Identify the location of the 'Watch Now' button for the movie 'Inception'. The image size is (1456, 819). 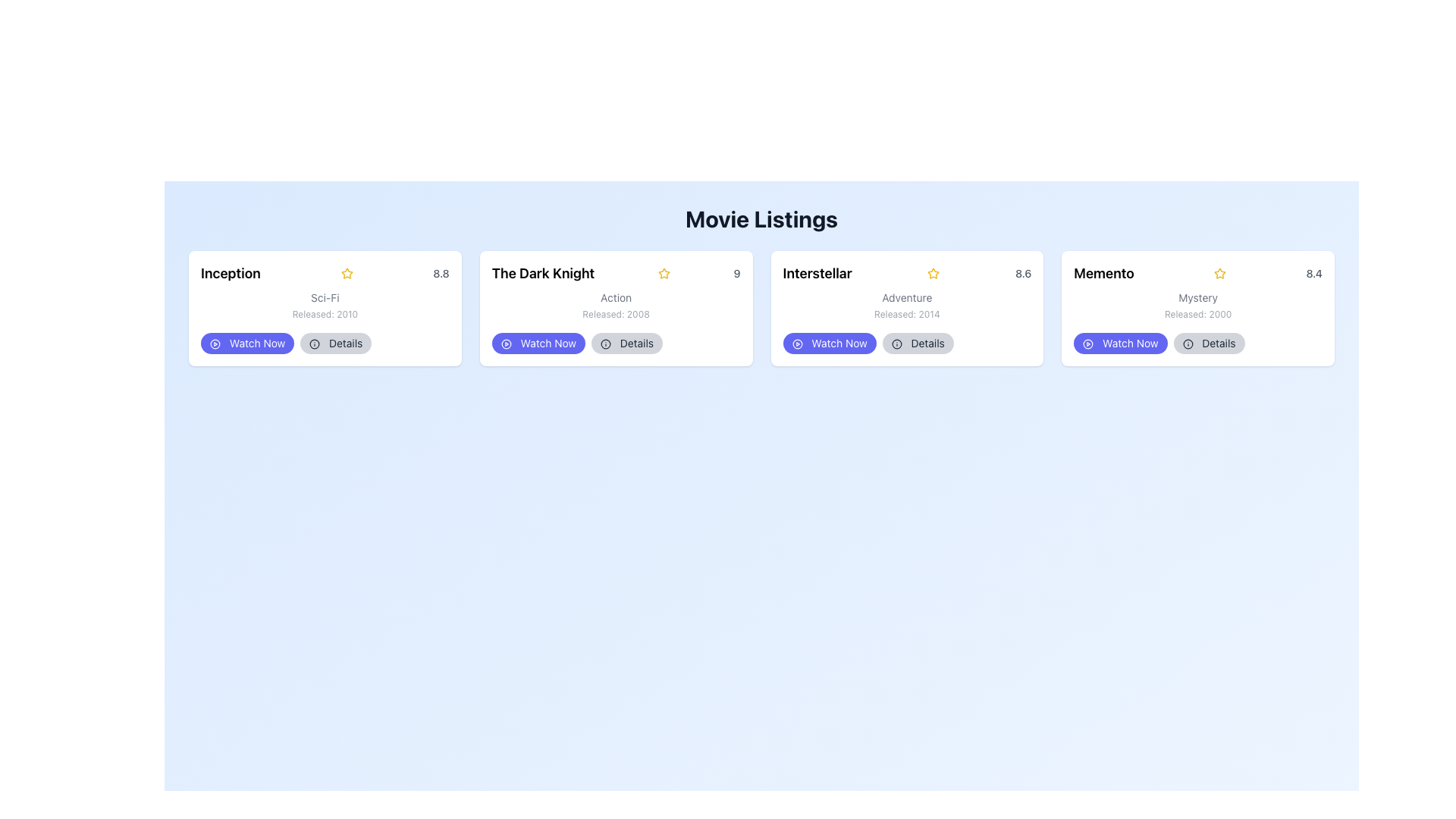
(247, 343).